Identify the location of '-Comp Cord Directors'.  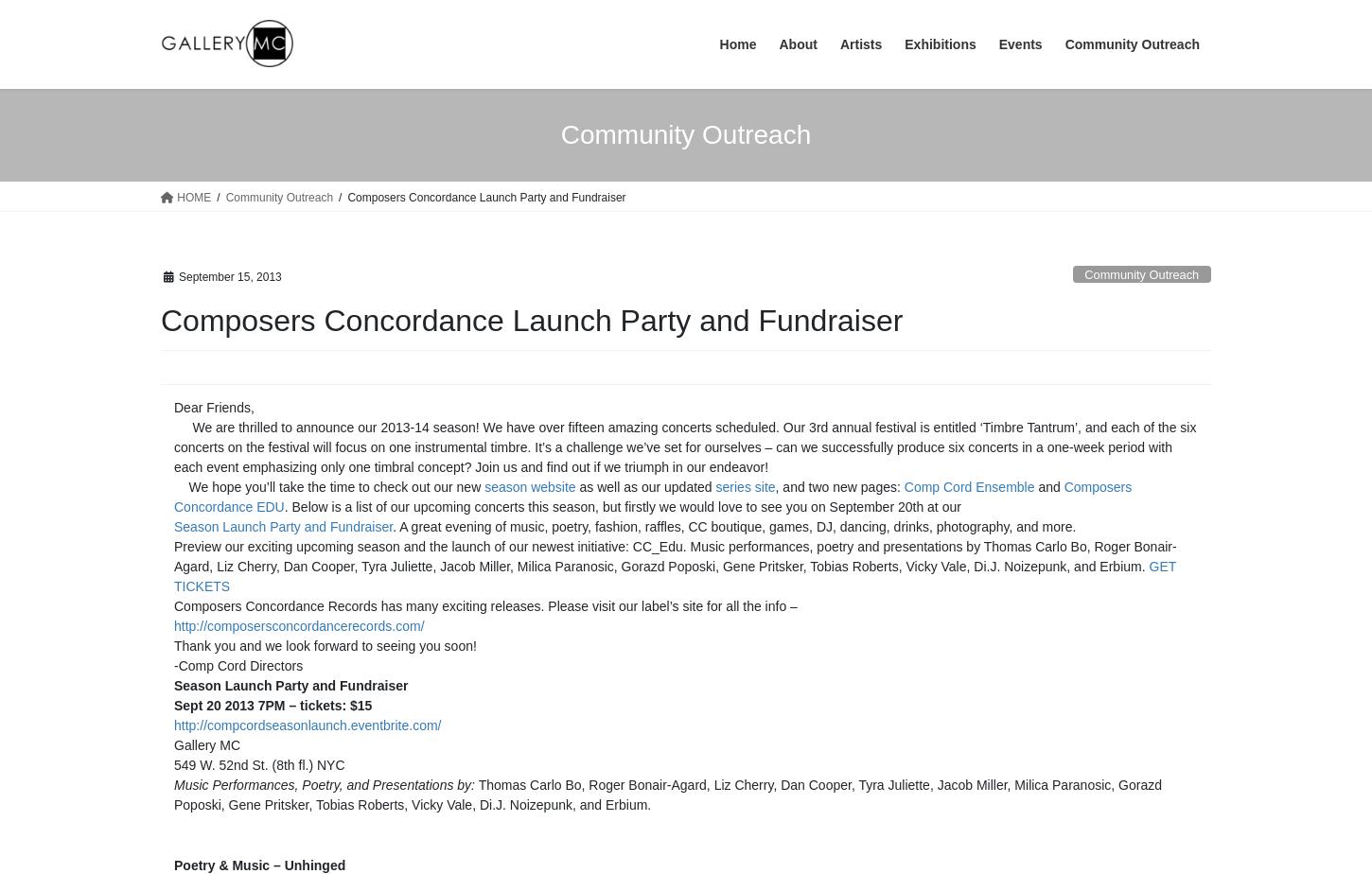
(238, 664).